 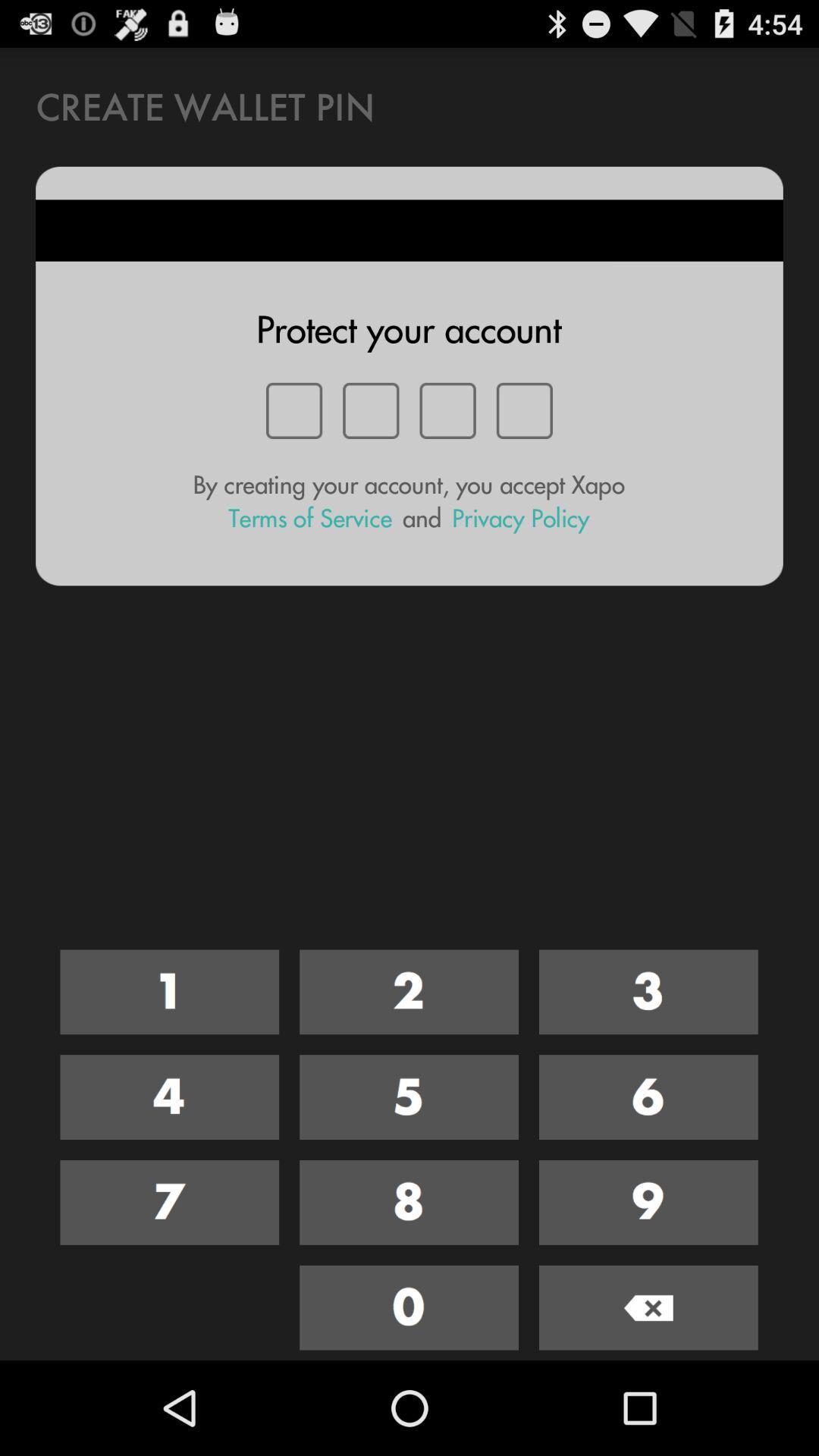 I want to click on nine, so click(x=648, y=1201).